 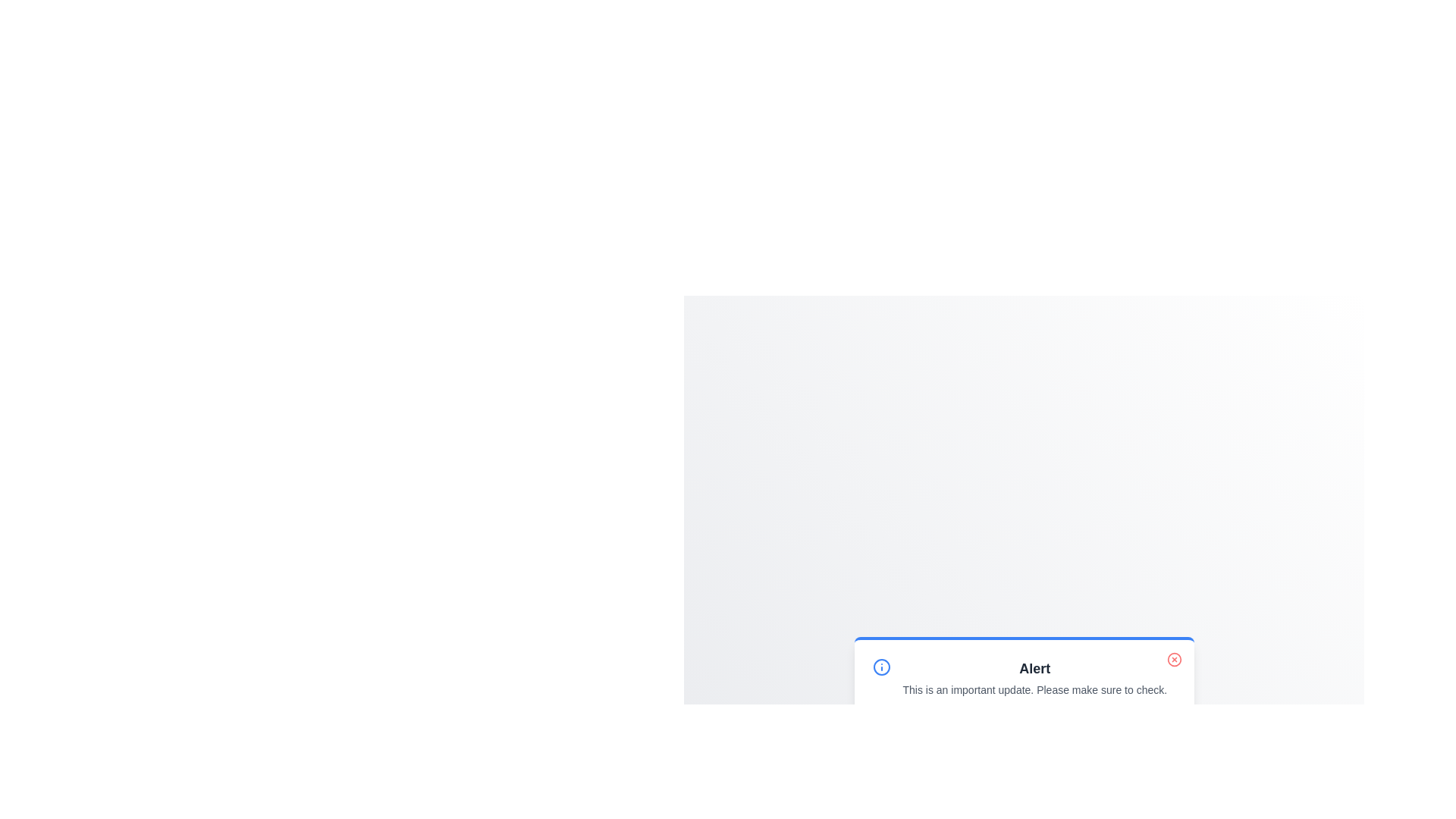 What do you see at coordinates (1173, 659) in the screenshot?
I see `the close button to dismiss the alert` at bounding box center [1173, 659].